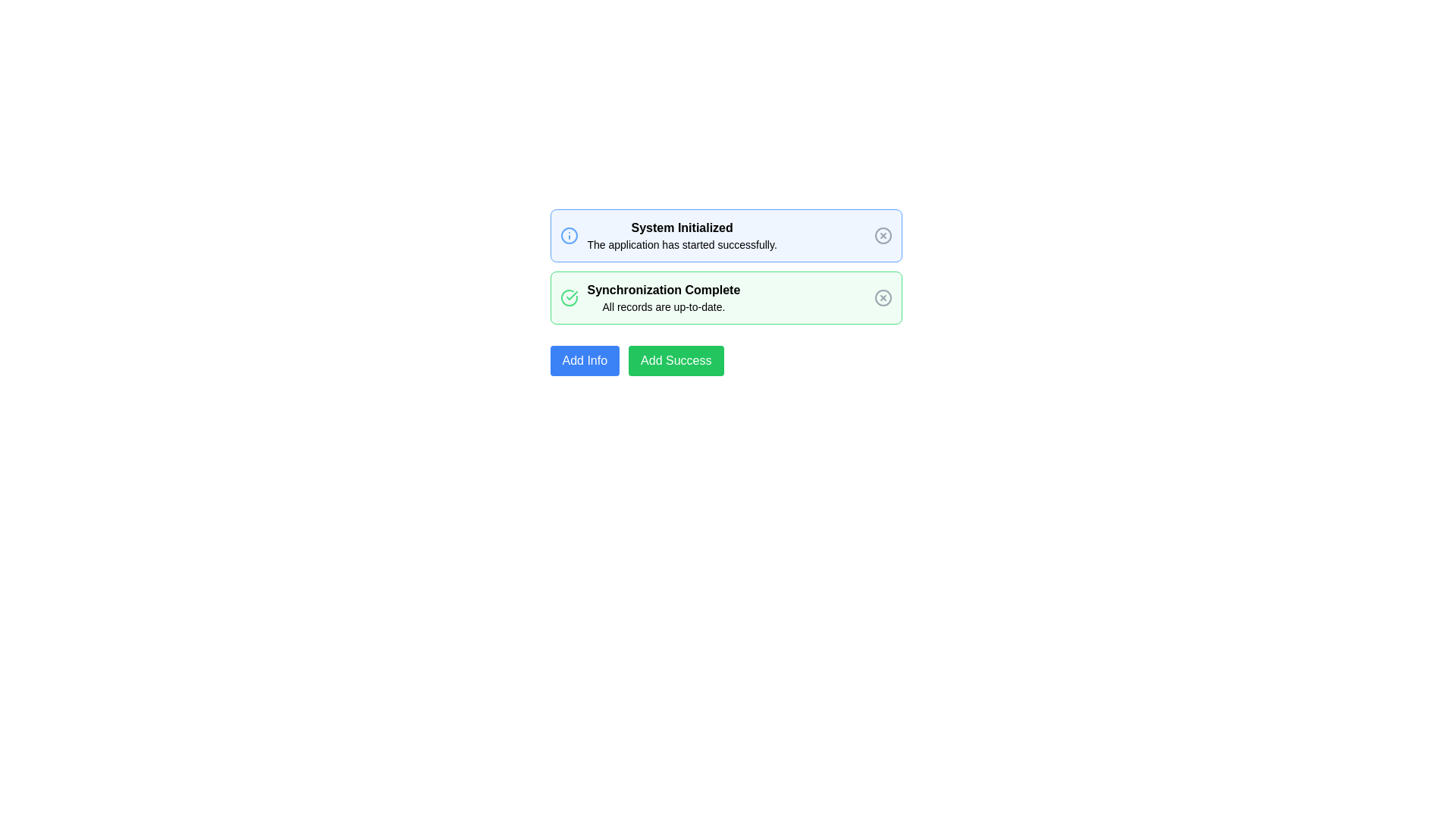 The height and width of the screenshot is (819, 1456). I want to click on the bolded text label displaying 'Synchronization Complete', which is located at the top of a green-colored notification block, above the text 'All records are up-to-date.', so click(664, 290).